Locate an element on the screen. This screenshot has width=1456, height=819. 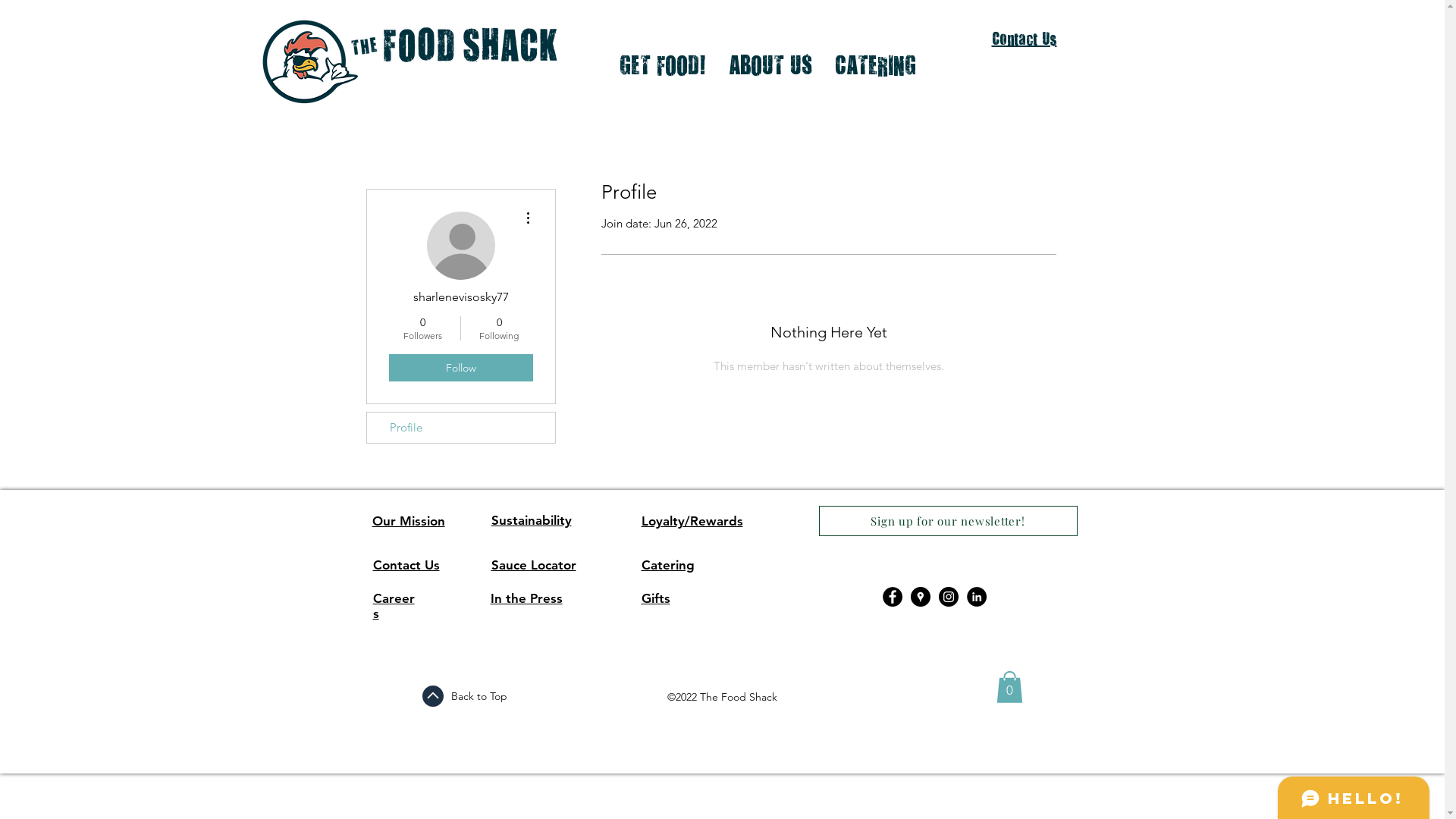
'Sign up for our newsletter!' is located at coordinates (947, 519).